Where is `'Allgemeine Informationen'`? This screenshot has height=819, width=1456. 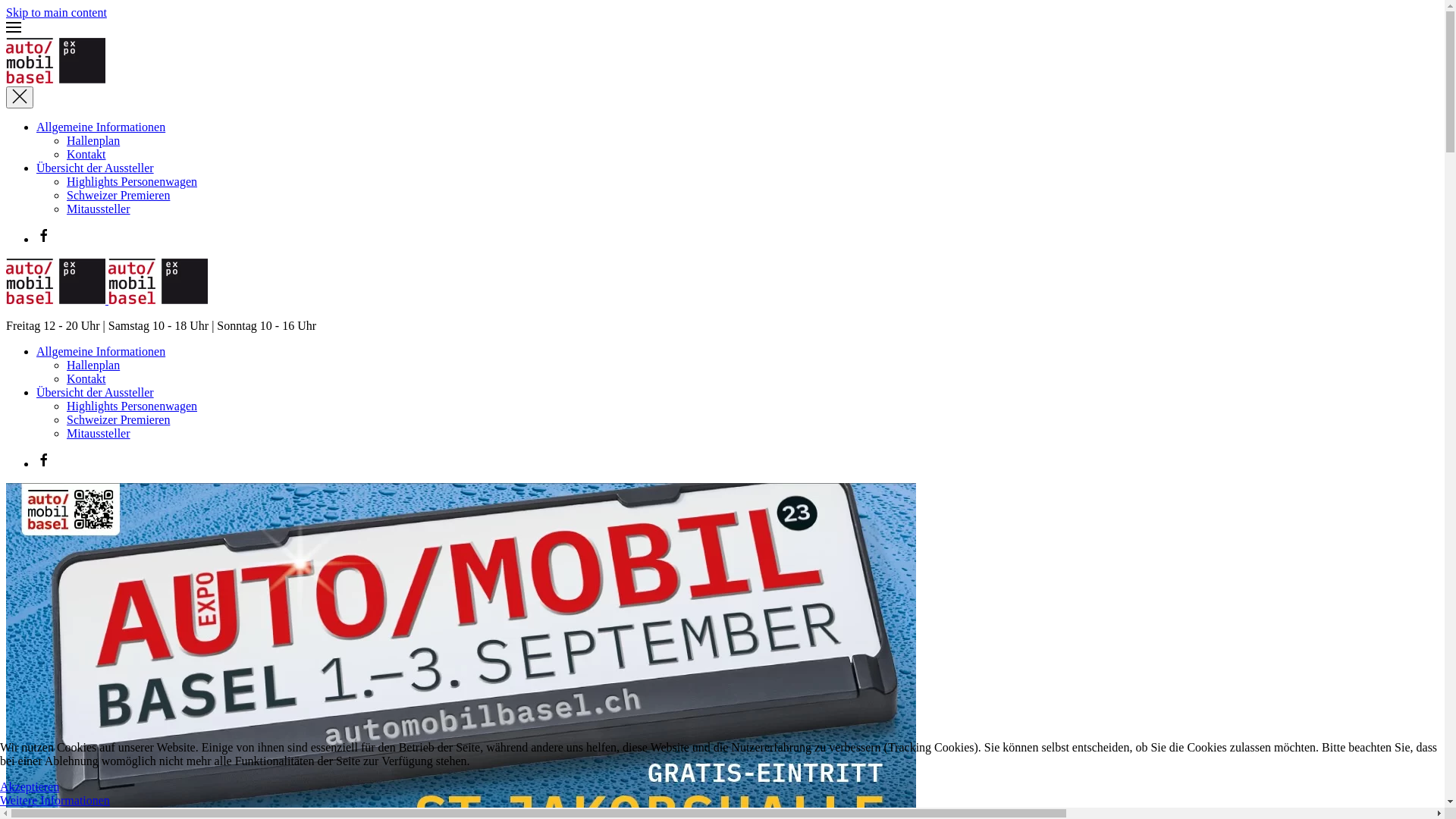 'Allgemeine Informationen' is located at coordinates (100, 351).